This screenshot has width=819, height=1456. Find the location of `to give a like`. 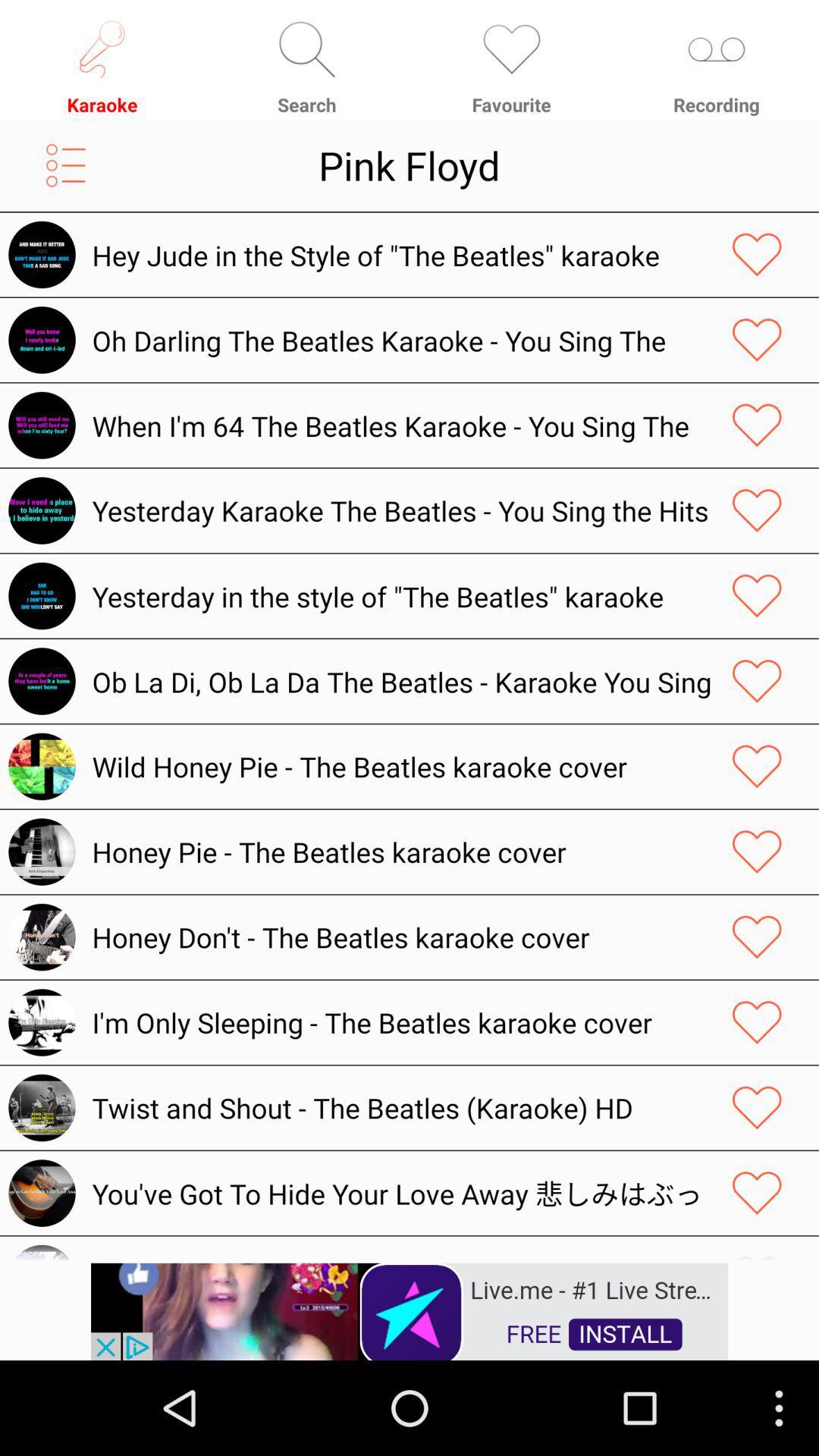

to give a like is located at coordinates (757, 1022).